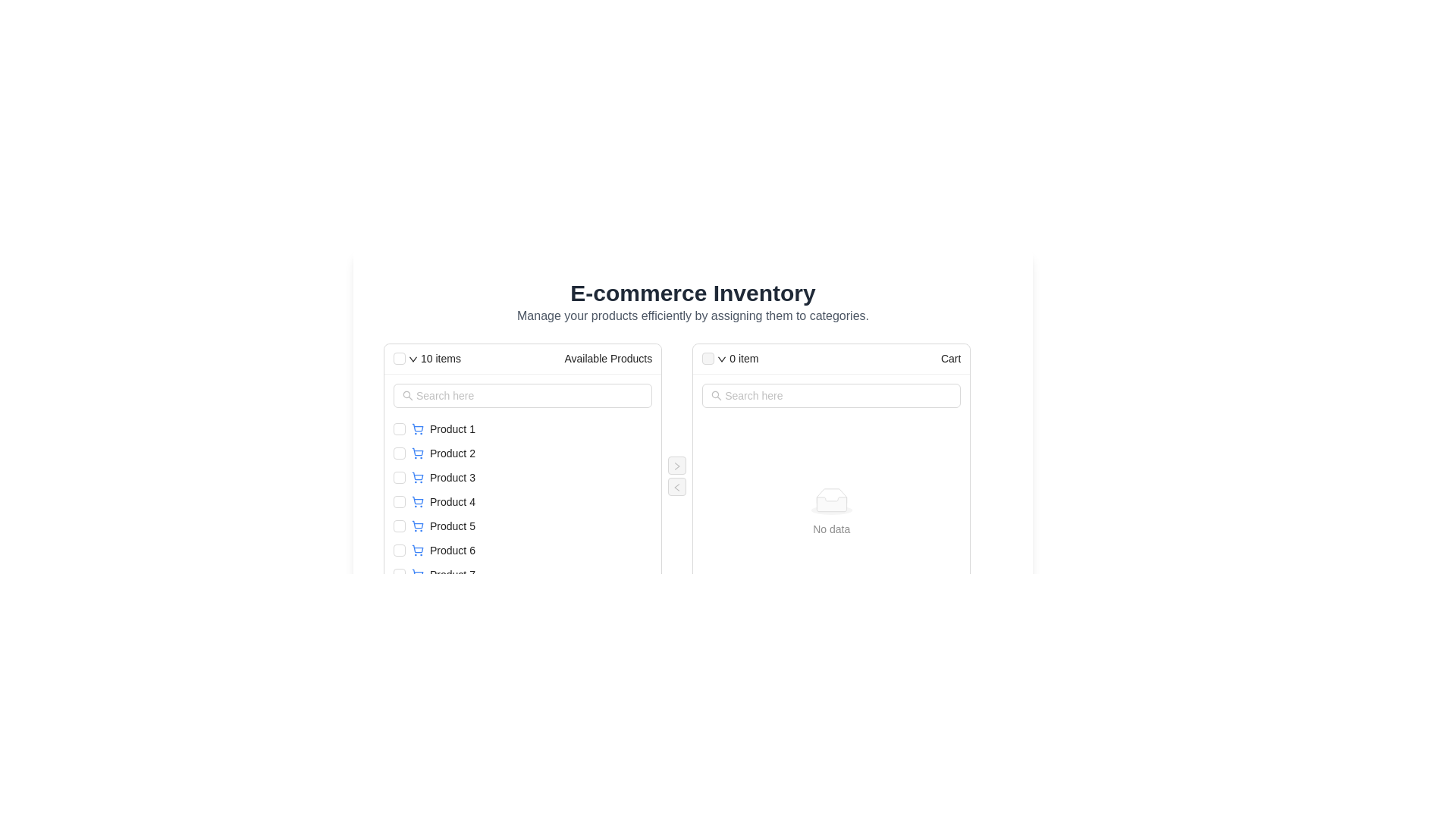  What do you see at coordinates (522, 550) in the screenshot?
I see `the checkbox of the list item labeled 'Product 6'` at bounding box center [522, 550].